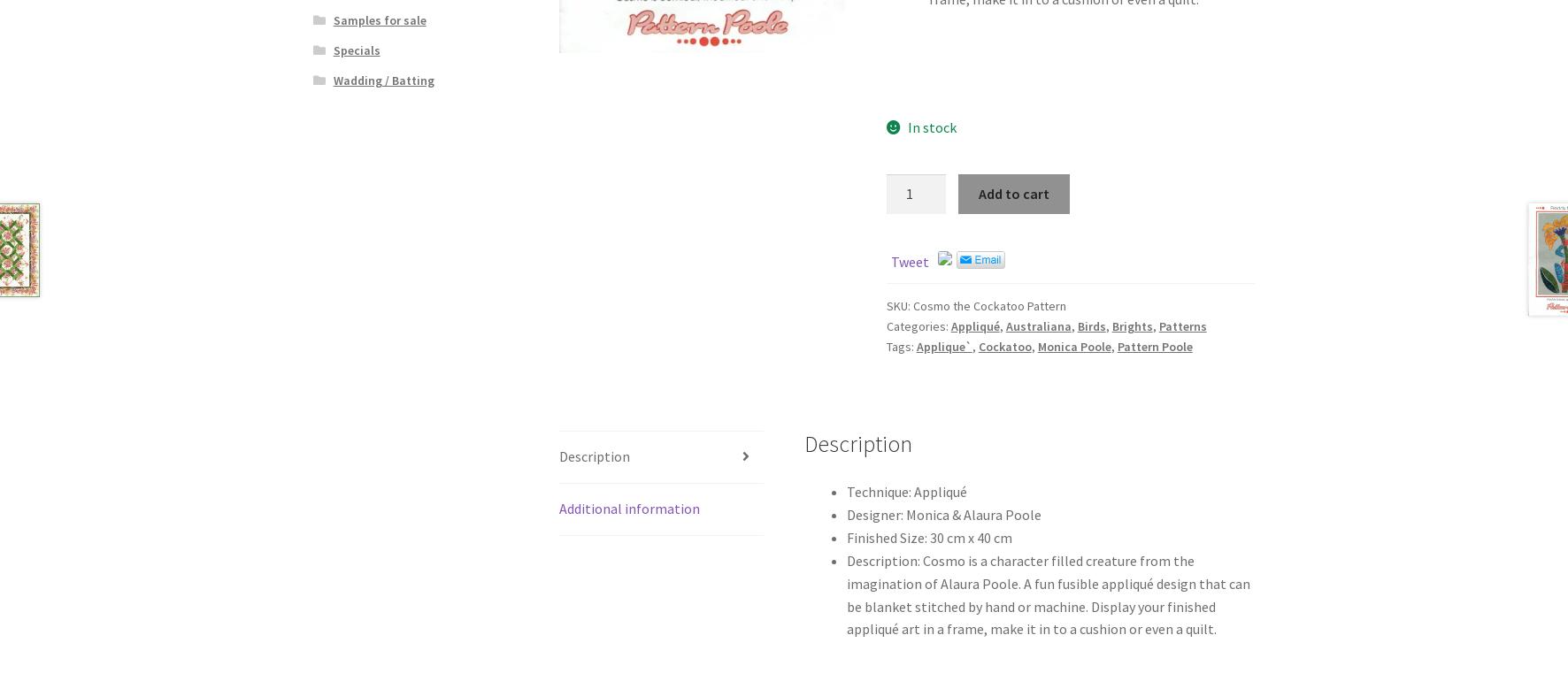  I want to click on 'Australiana', so click(1004, 324).